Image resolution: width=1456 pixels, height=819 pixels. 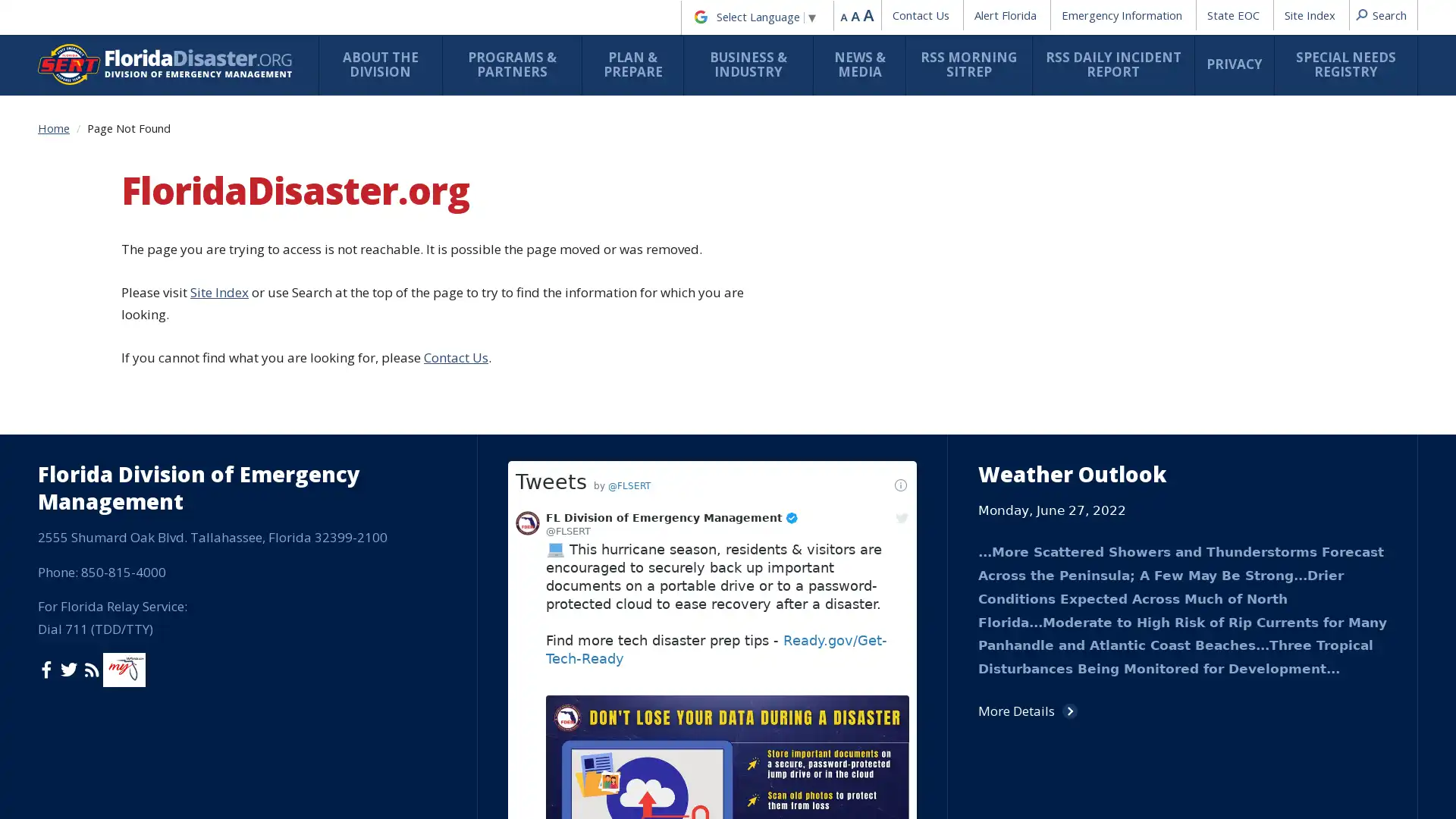 I want to click on Toggle More, so click(x=607, y=159).